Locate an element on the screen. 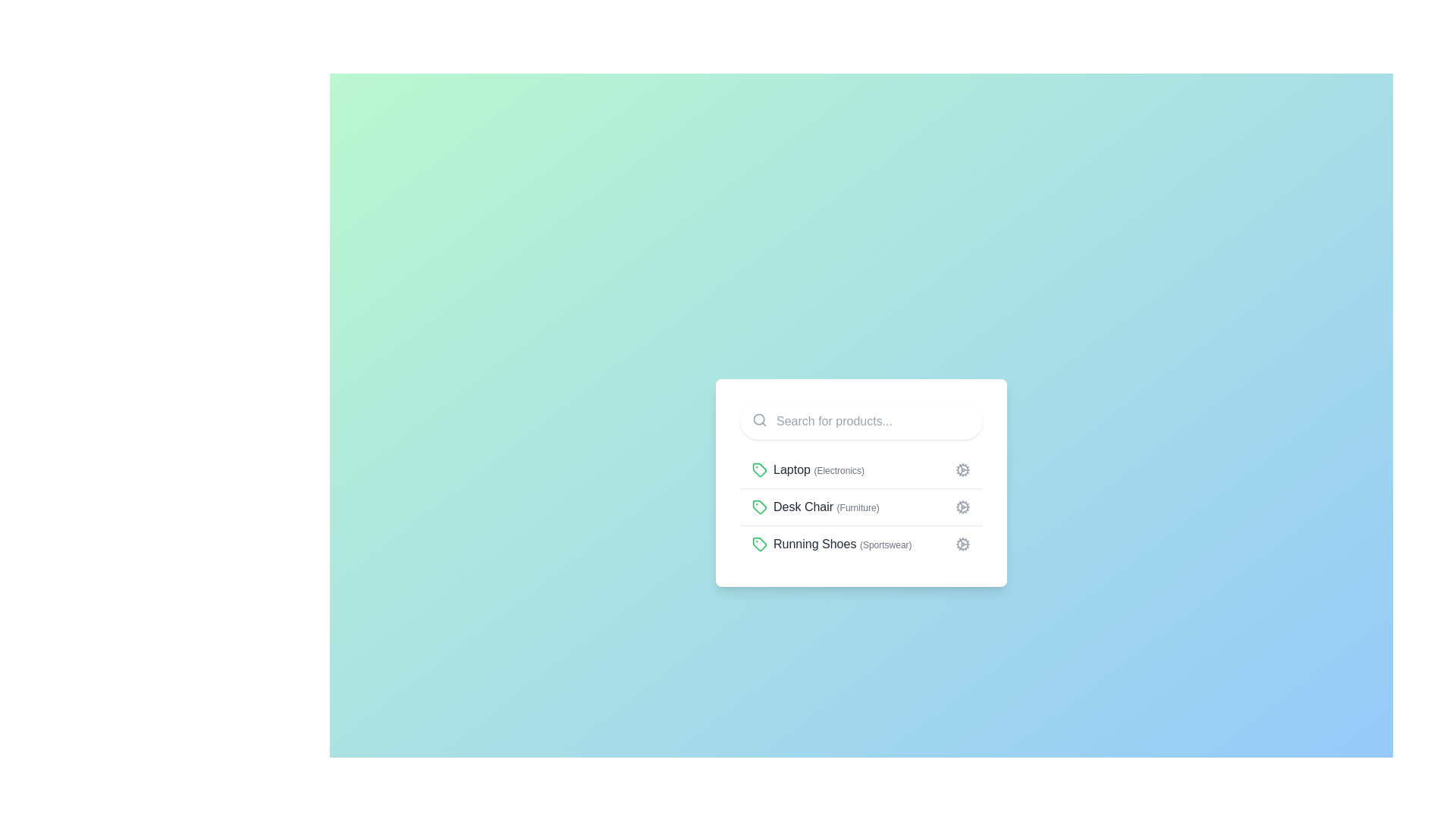 The image size is (1456, 819). the third list item labeled 'Running Shoes (Sportswear)' for additional options is located at coordinates (861, 543).